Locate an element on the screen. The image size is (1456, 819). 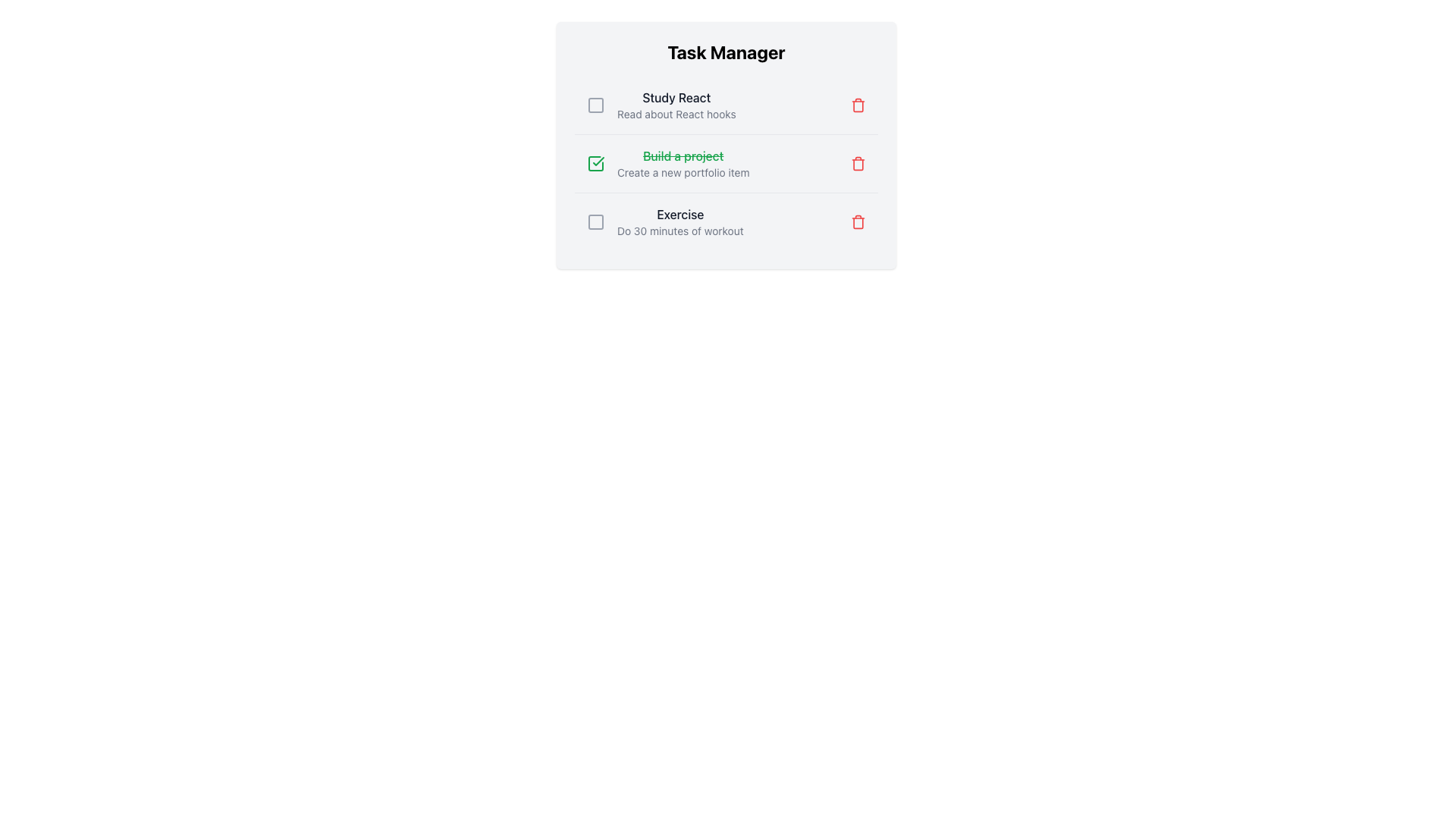
the checkbox used to mark the task 'Build a project' as completed is located at coordinates (595, 164).